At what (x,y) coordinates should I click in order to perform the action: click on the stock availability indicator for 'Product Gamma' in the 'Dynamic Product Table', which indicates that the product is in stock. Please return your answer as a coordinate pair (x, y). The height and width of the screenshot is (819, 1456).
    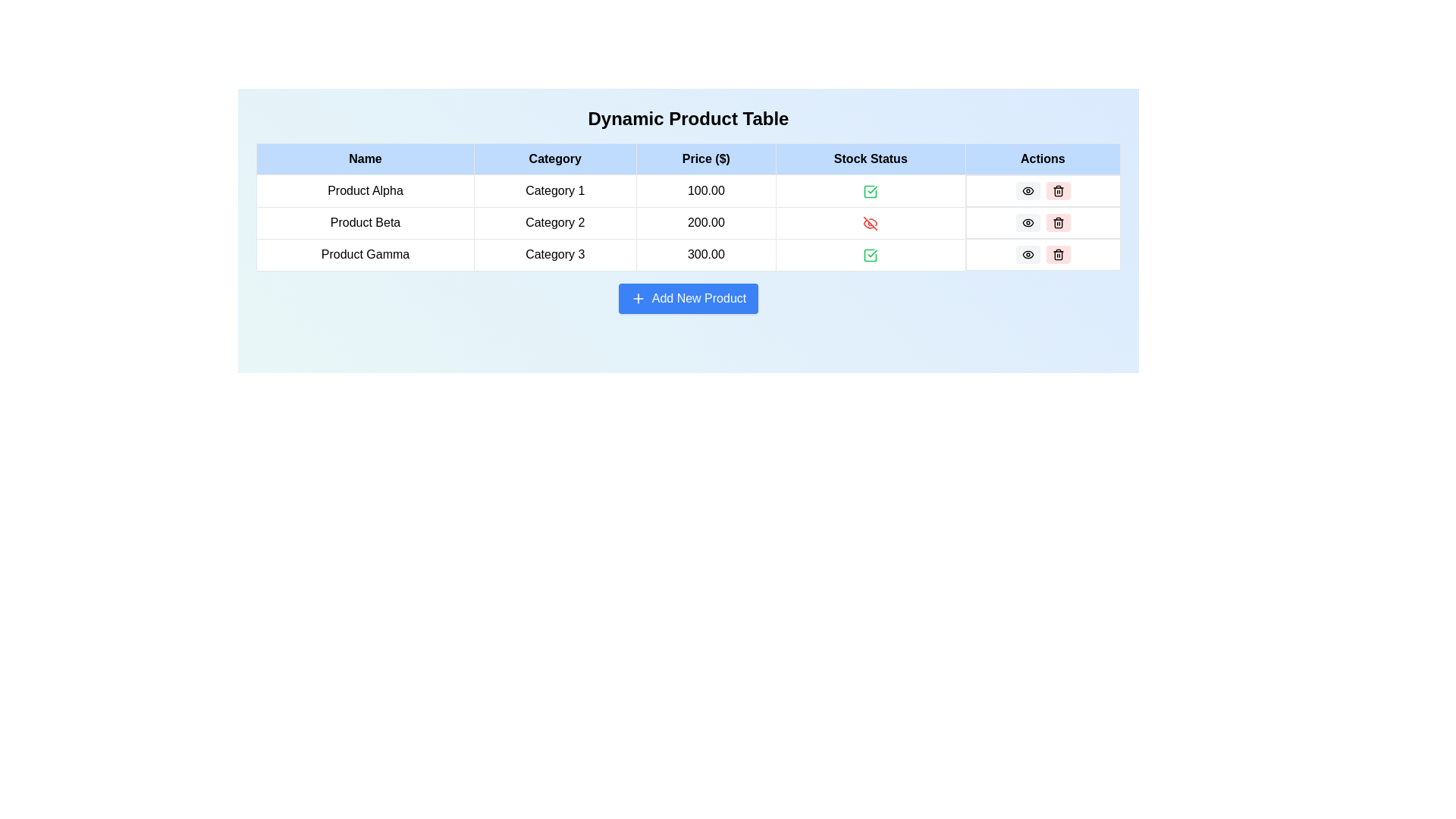
    Looking at the image, I should click on (871, 253).